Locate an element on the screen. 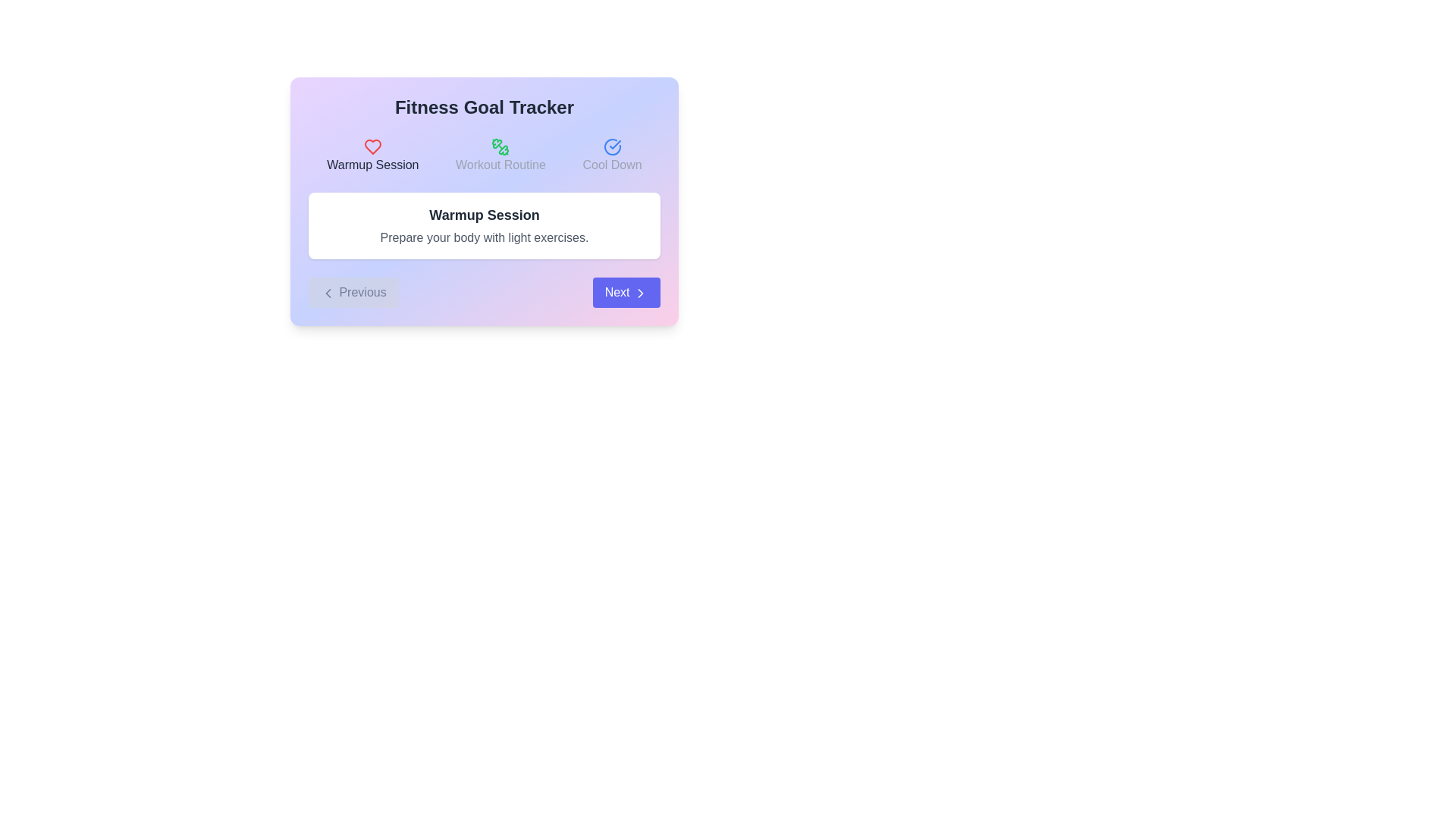  the label with an icon that reads 'Warmup Session', located in the top-left portion of the 'Fitness Goal Tracker' card is located at coordinates (372, 155).